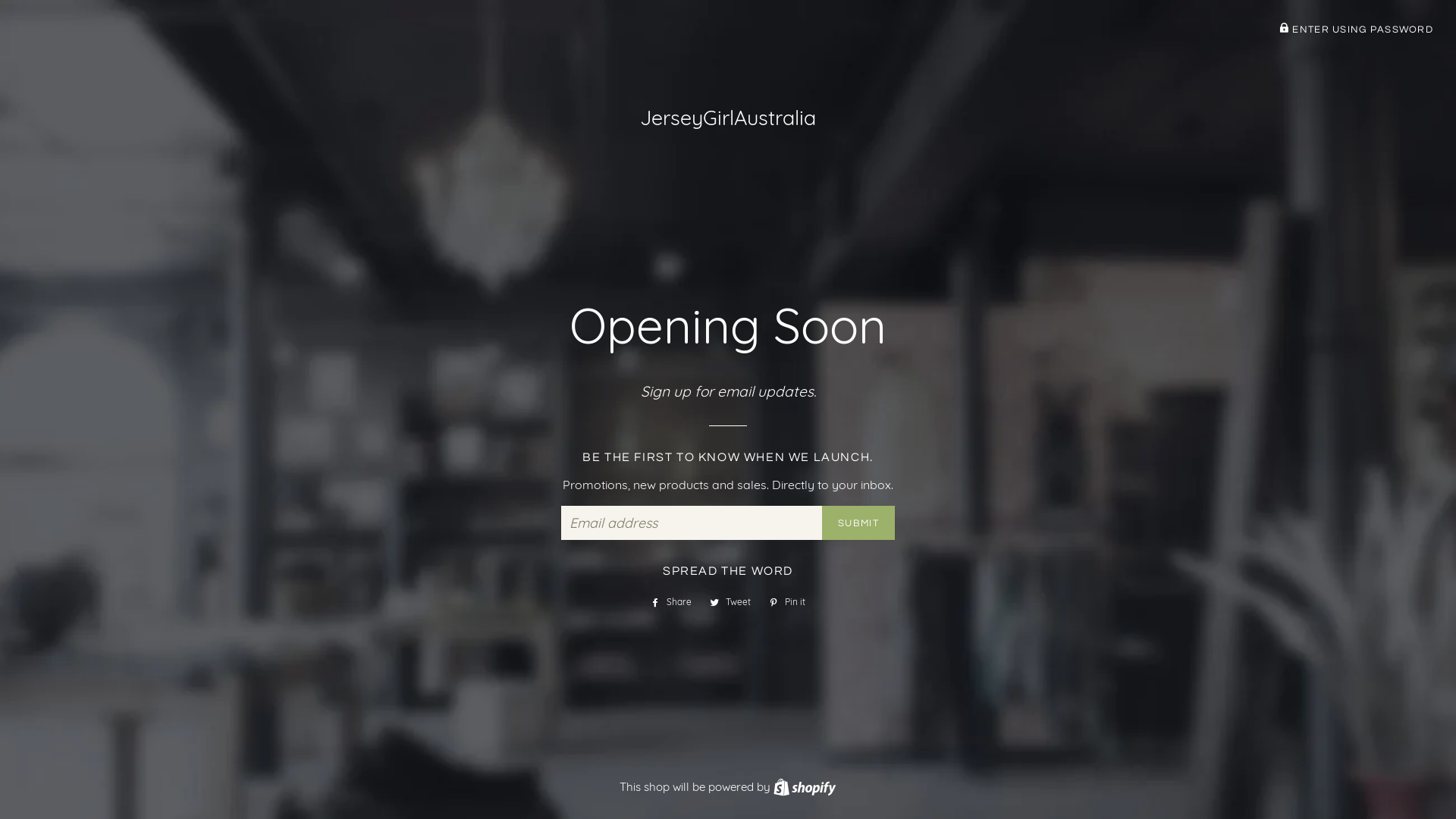 The height and width of the screenshot is (819, 1456). Describe the element at coordinates (786, 601) in the screenshot. I see `'Pin it` at that location.